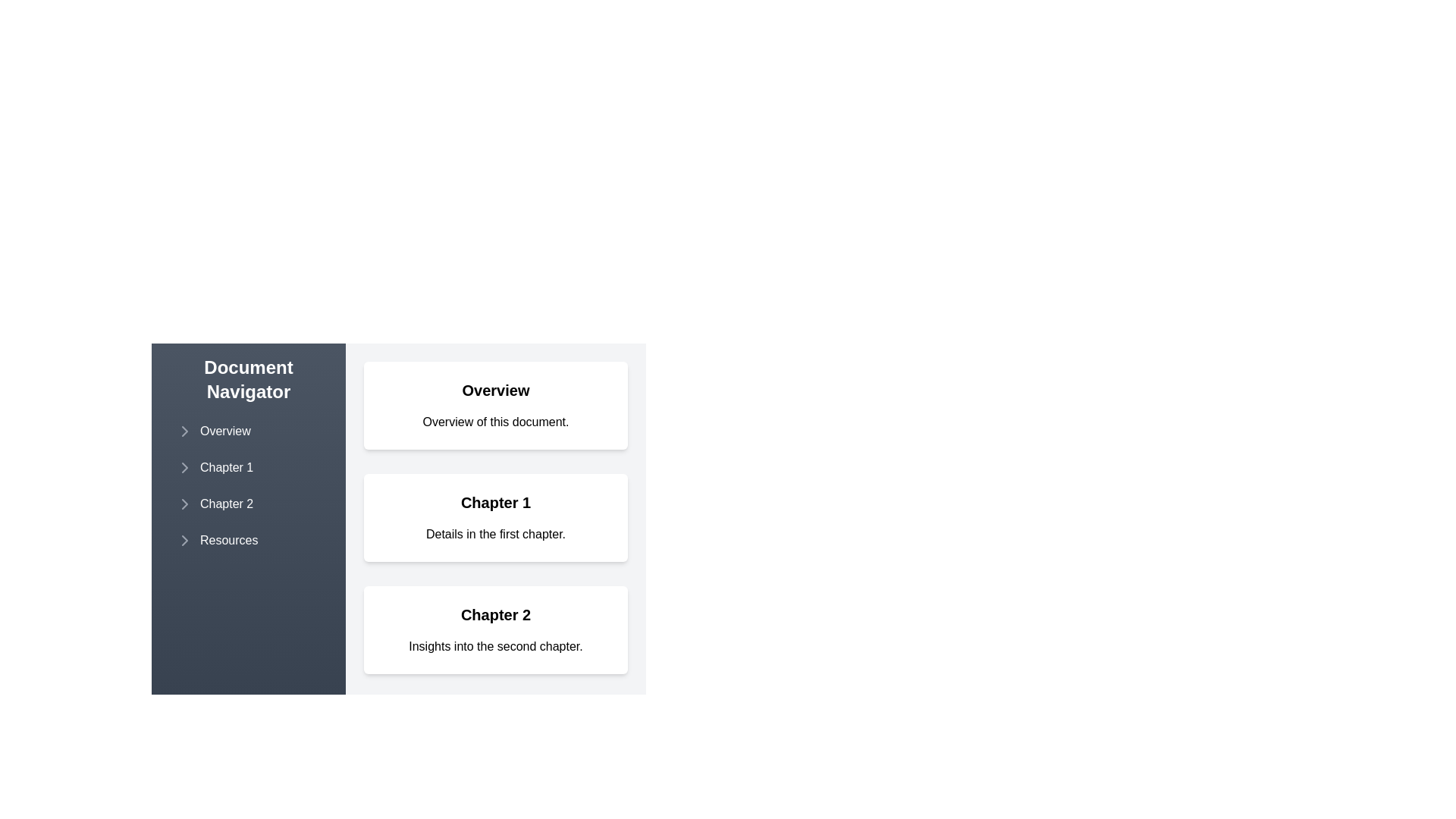  Describe the element at coordinates (248, 467) in the screenshot. I see `the 'Chapter 1' menu entry in the vertical navigation menu to possibly reveal additional information` at that location.